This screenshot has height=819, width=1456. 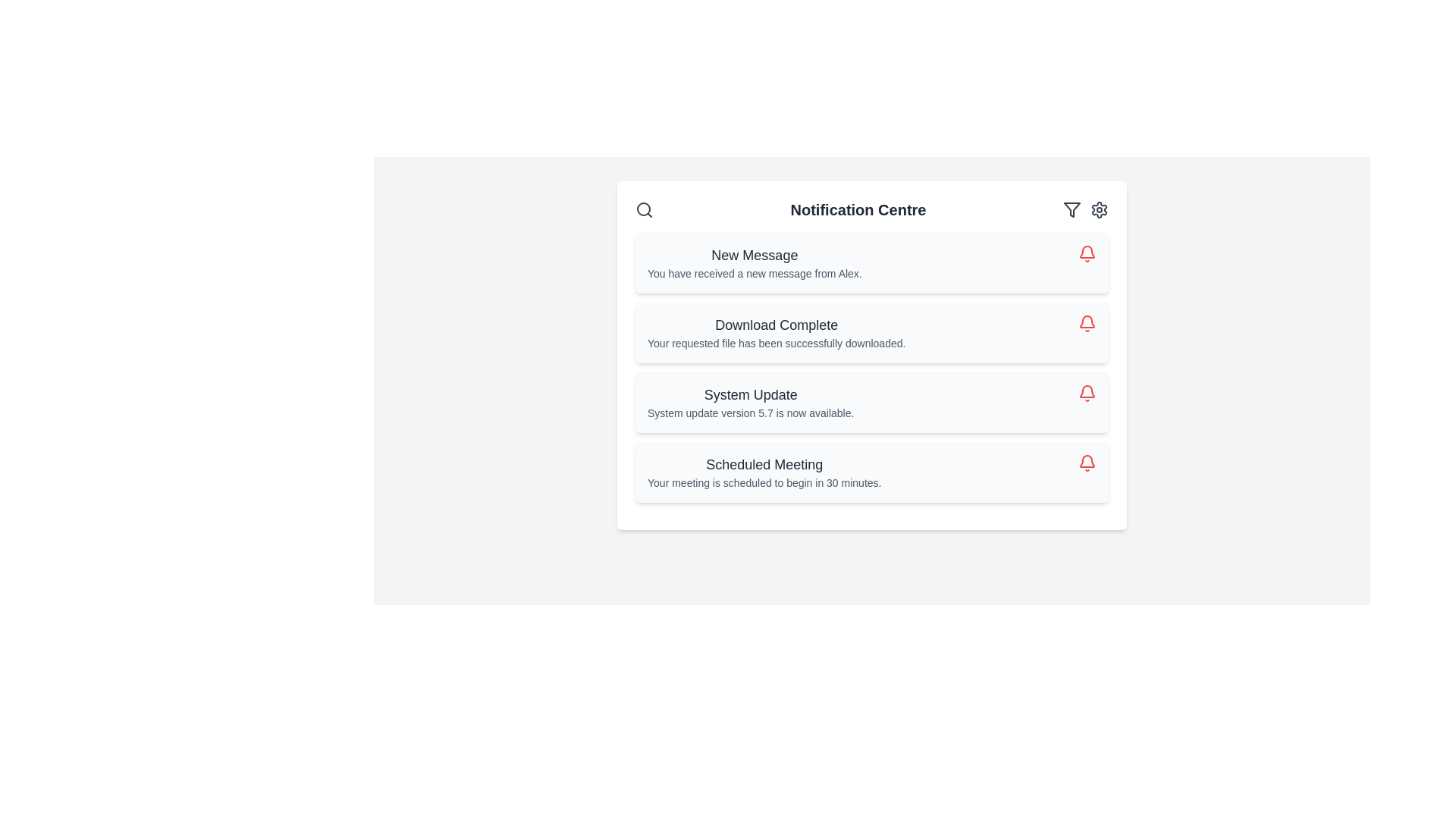 I want to click on the static informational text located below the 'System Update' title in the notification card, so click(x=751, y=413).